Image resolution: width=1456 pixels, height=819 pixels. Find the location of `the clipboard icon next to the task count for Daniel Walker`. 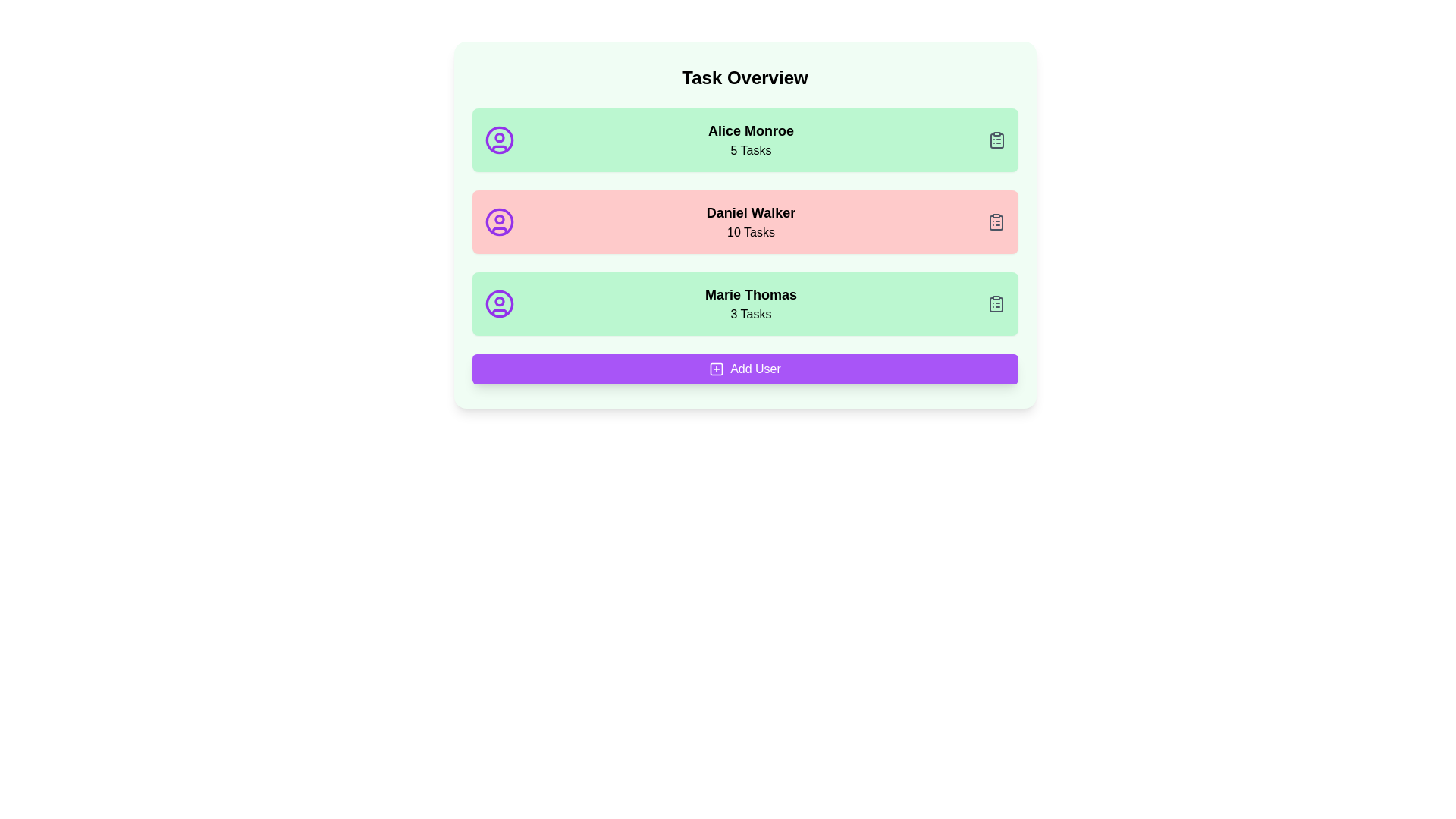

the clipboard icon next to the task count for Daniel Walker is located at coordinates (996, 222).